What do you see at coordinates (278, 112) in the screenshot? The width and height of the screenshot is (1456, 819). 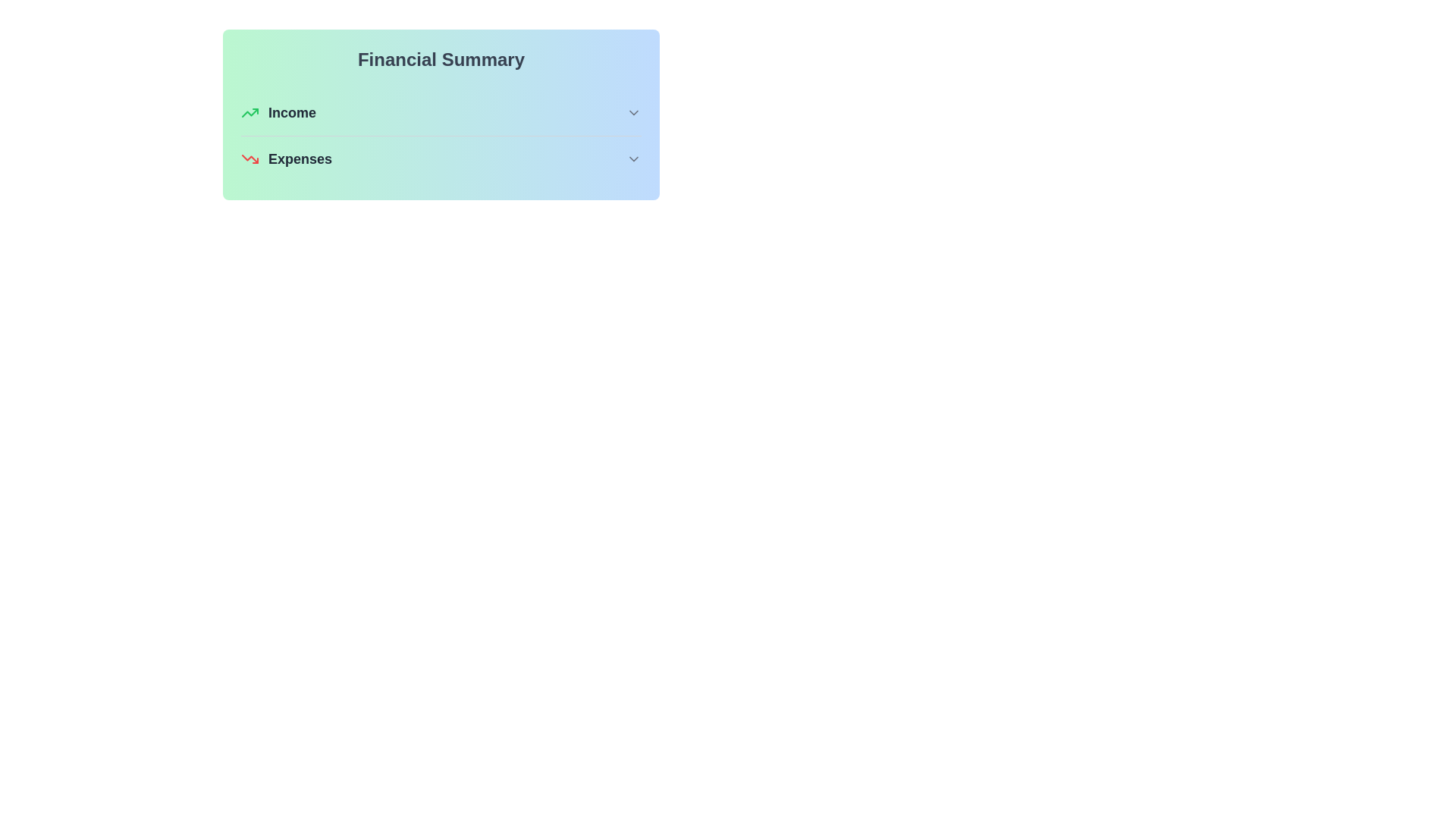 I see `the 'Income' text element, which is the first label in the Financial Summary section and positioned above the 'Expenses' label` at bounding box center [278, 112].